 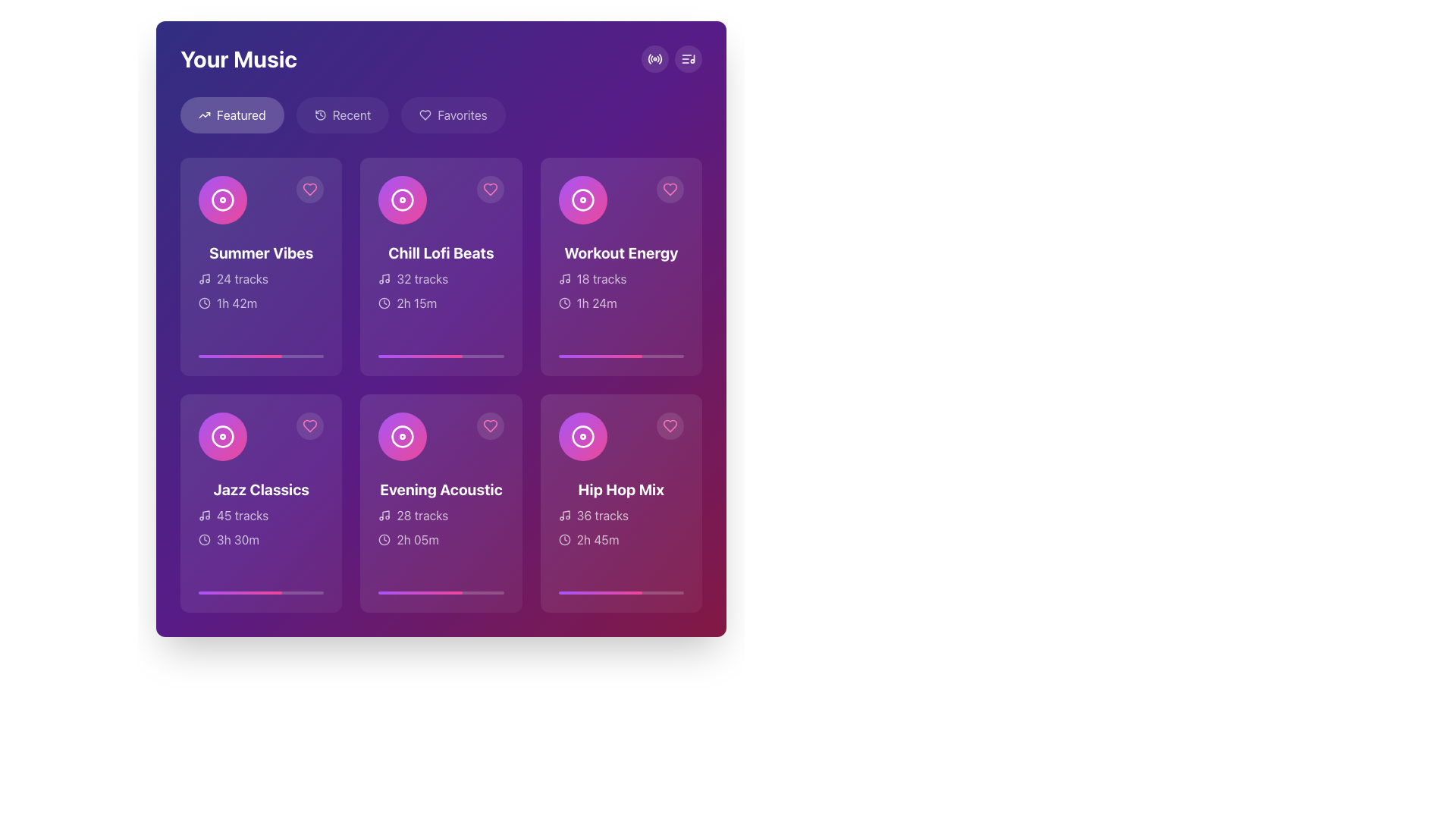 I want to click on the favorite toggle button located in the upper-right section of the 'Chill Lofi Beats' card to activate the hover effect, so click(x=490, y=189).